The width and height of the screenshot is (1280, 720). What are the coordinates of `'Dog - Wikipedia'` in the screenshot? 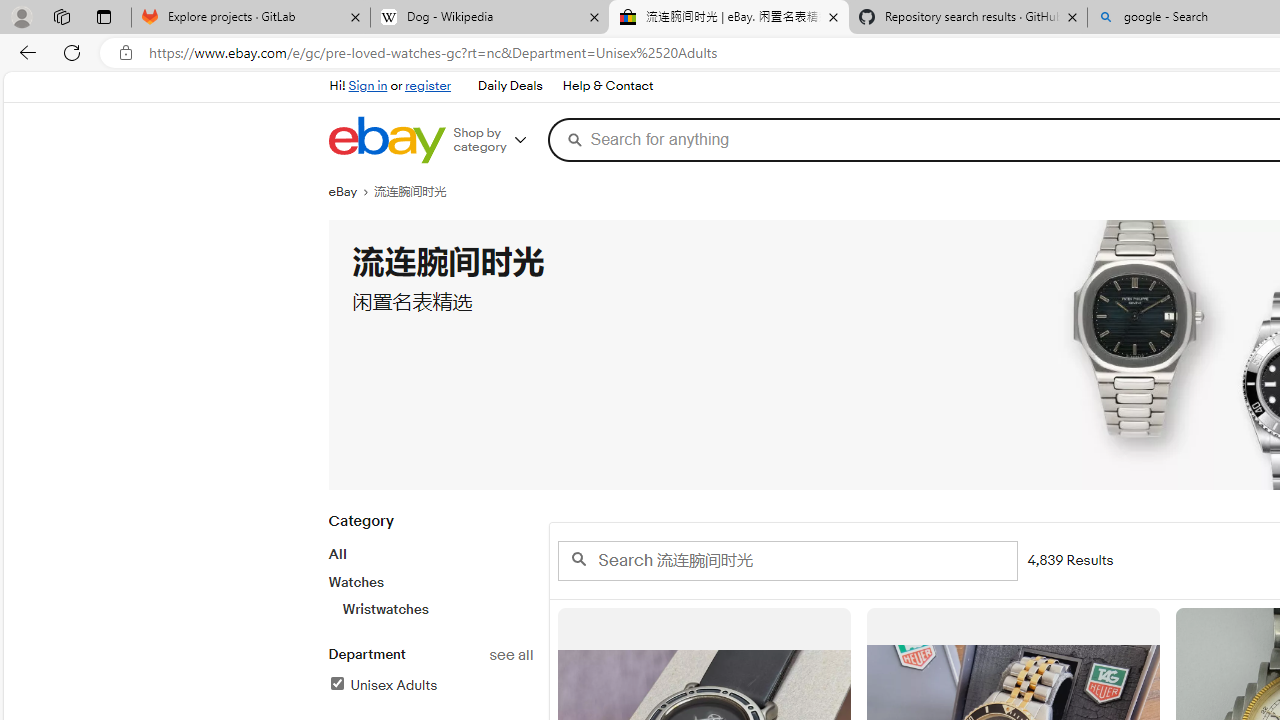 It's located at (490, 17).